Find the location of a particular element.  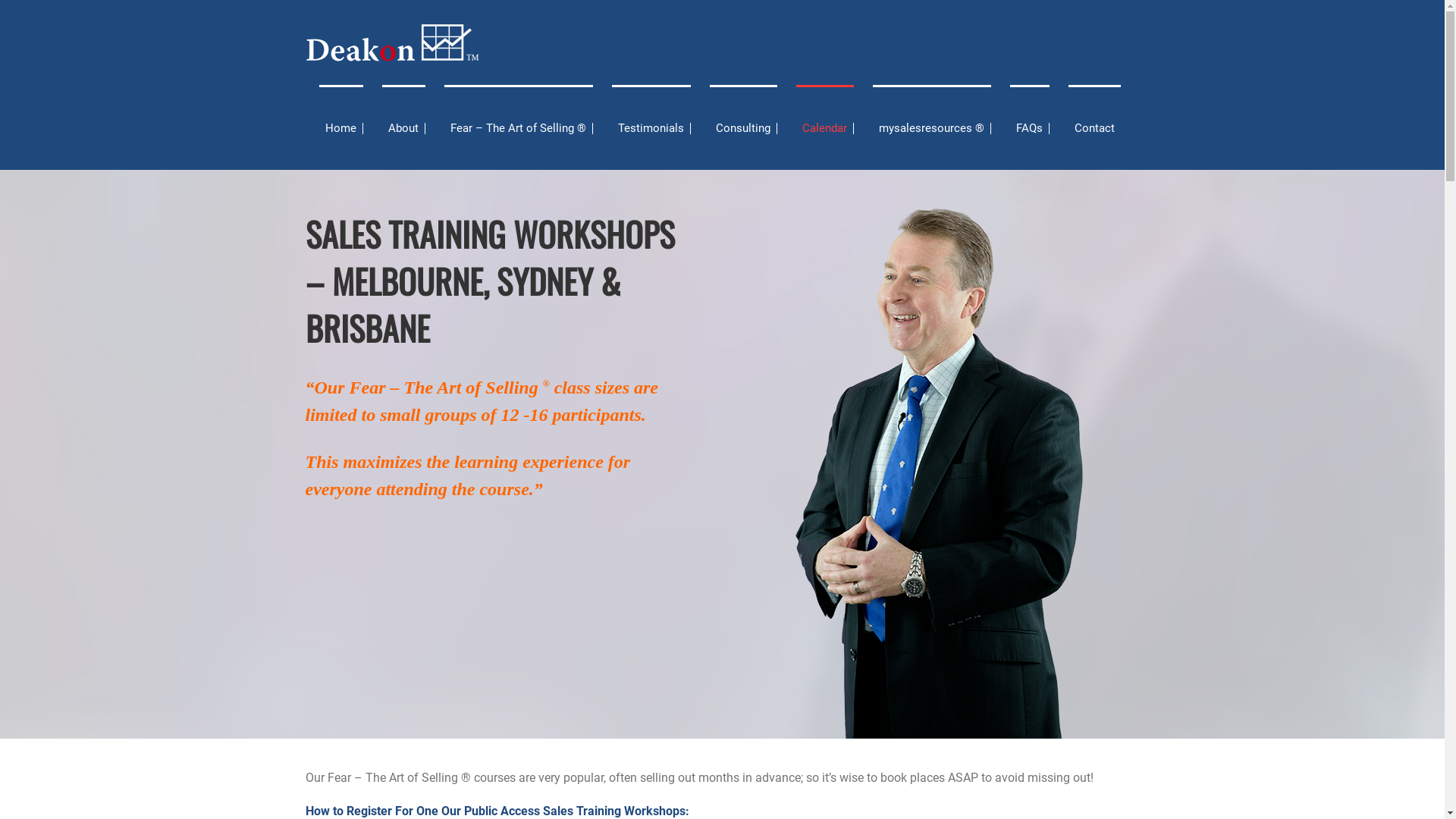

'Consulting' is located at coordinates (743, 127).